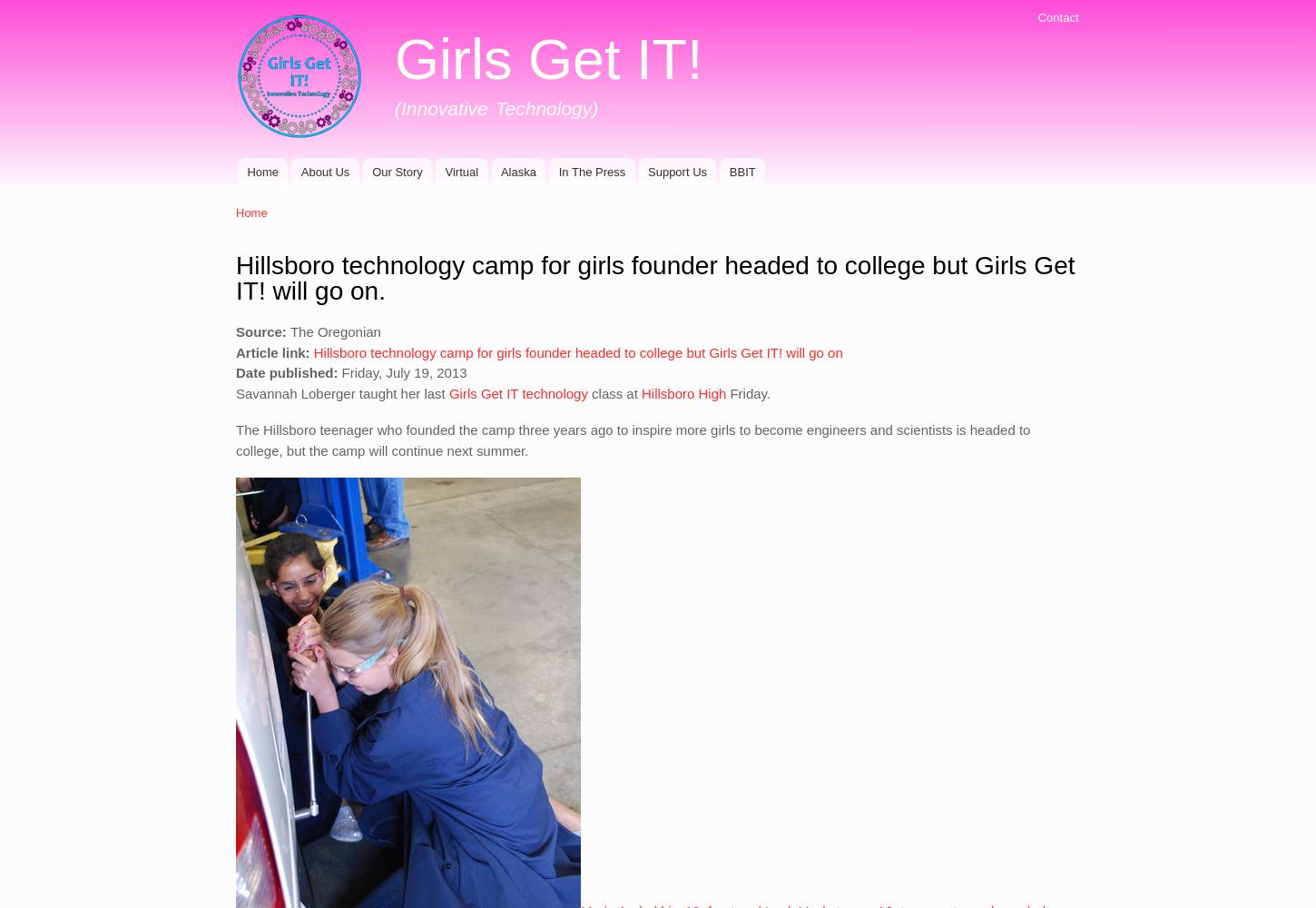 Image resolution: width=1316 pixels, height=908 pixels. Describe the element at coordinates (288, 372) in the screenshot. I see `'Date published:'` at that location.